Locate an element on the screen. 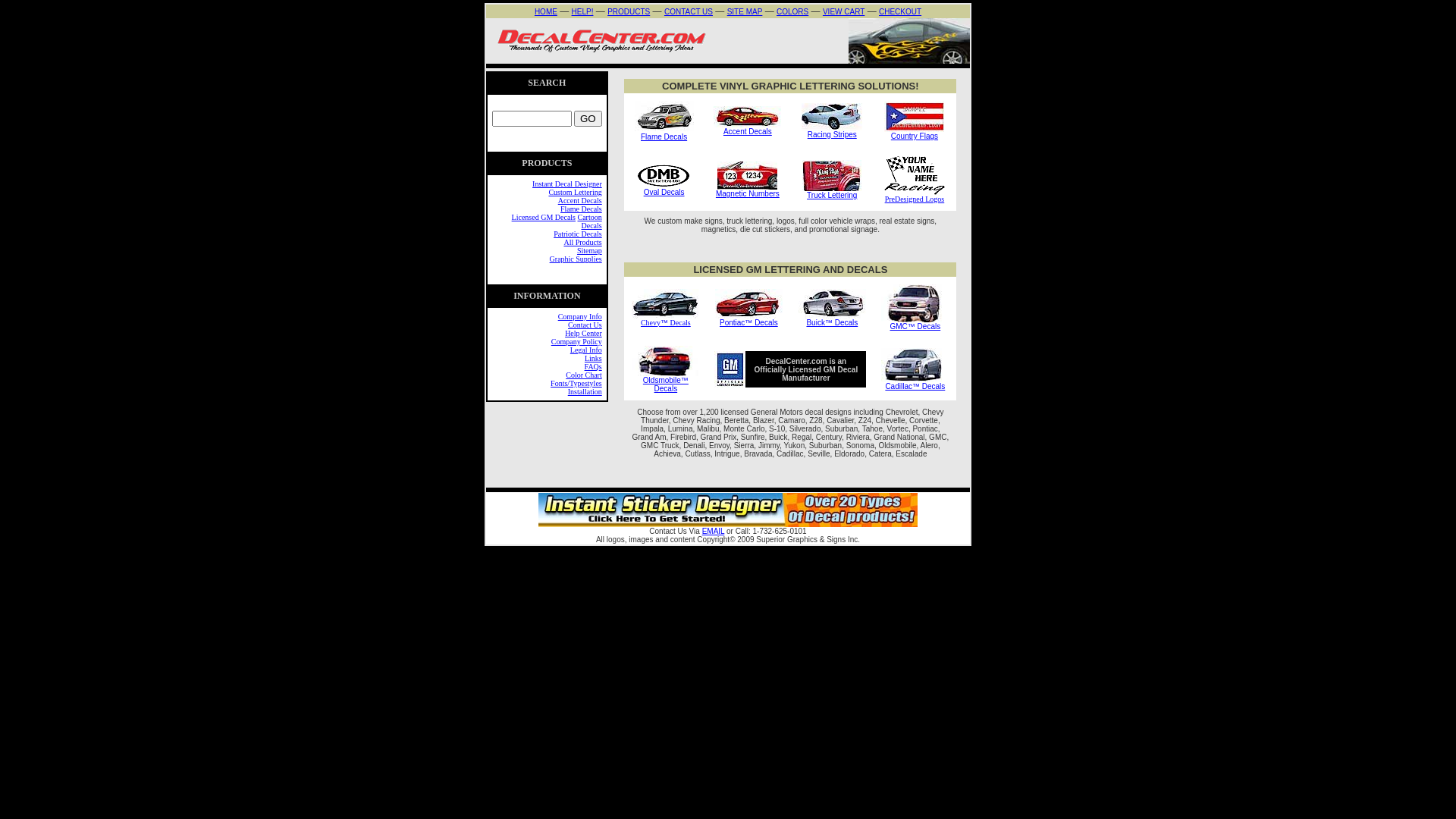  'Color Chart' is located at coordinates (582, 375).